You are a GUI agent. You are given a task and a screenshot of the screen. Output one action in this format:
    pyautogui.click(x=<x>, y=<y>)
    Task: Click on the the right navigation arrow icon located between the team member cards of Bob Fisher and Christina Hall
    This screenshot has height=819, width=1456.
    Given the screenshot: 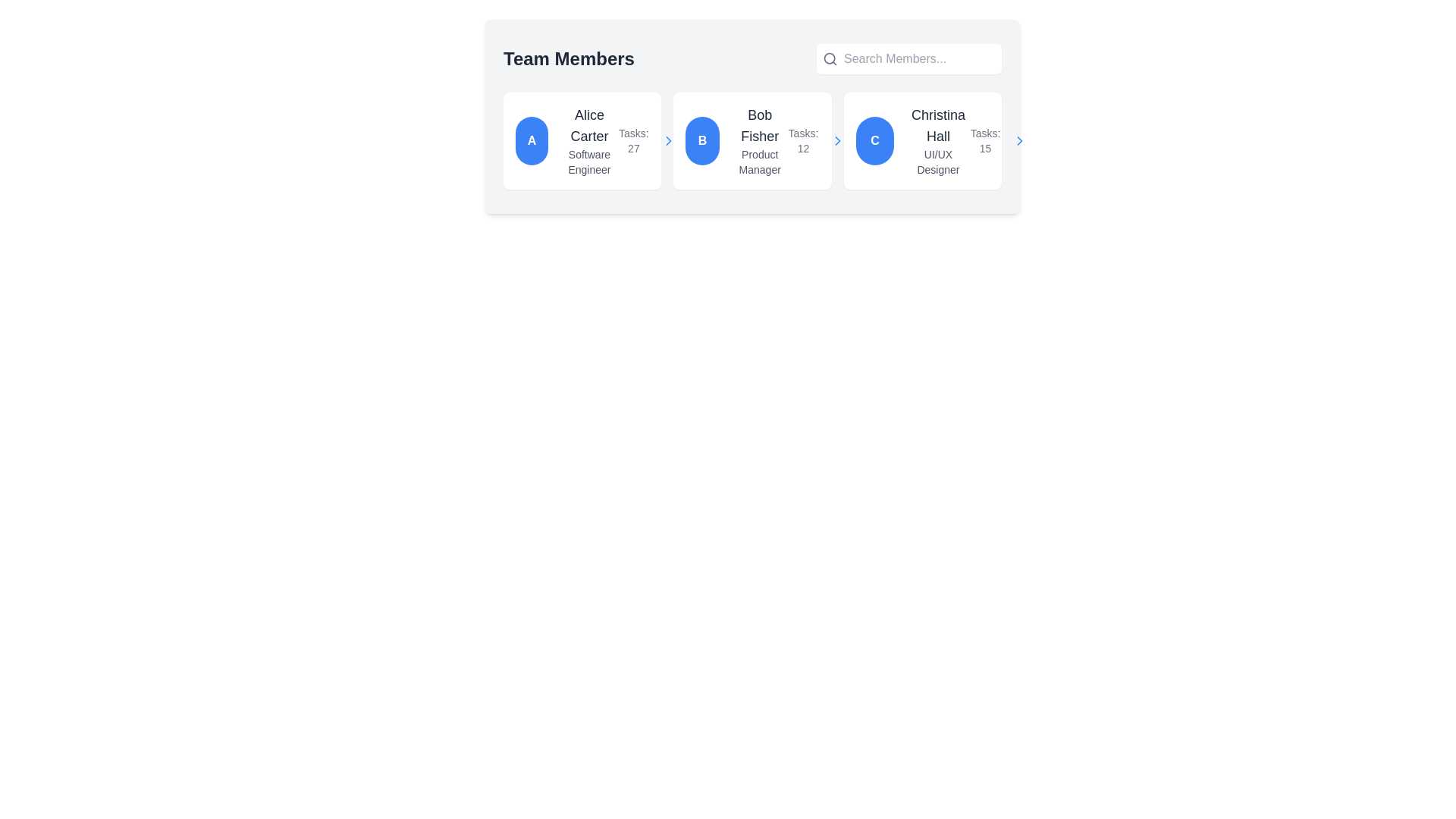 What is the action you would take?
    pyautogui.click(x=837, y=140)
    